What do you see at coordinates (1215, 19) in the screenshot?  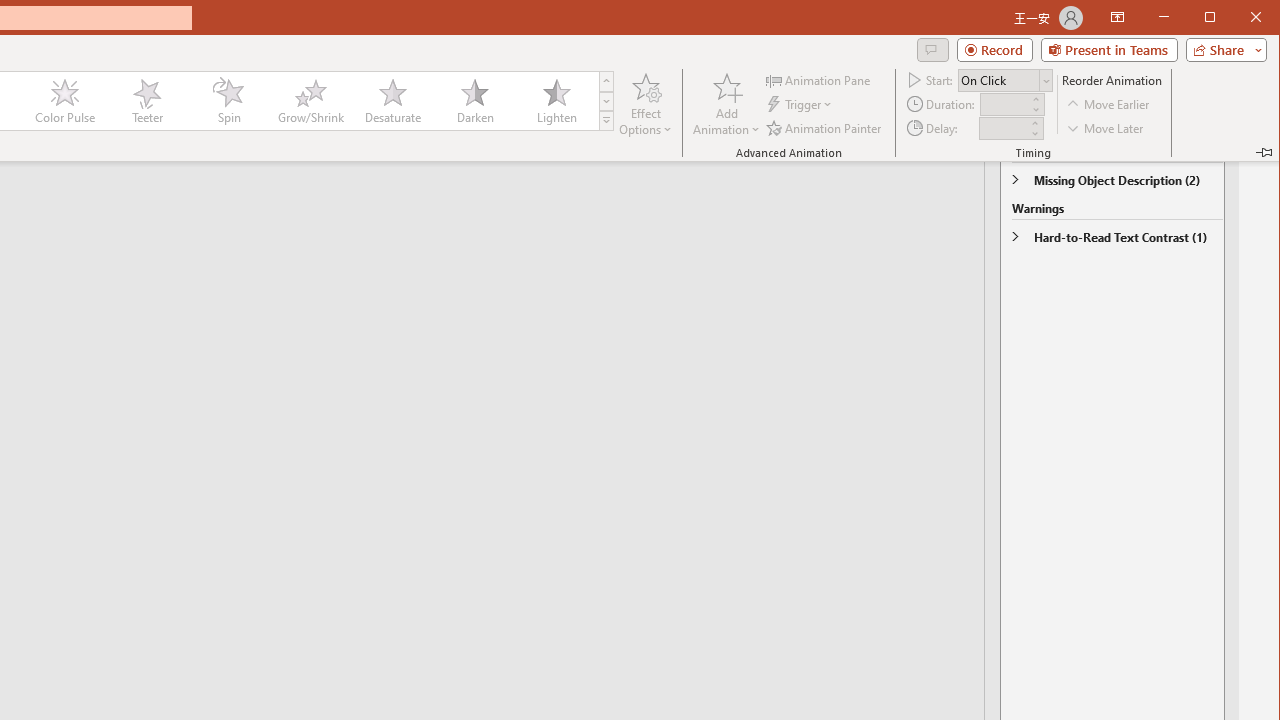 I see `'Minimize'` at bounding box center [1215, 19].